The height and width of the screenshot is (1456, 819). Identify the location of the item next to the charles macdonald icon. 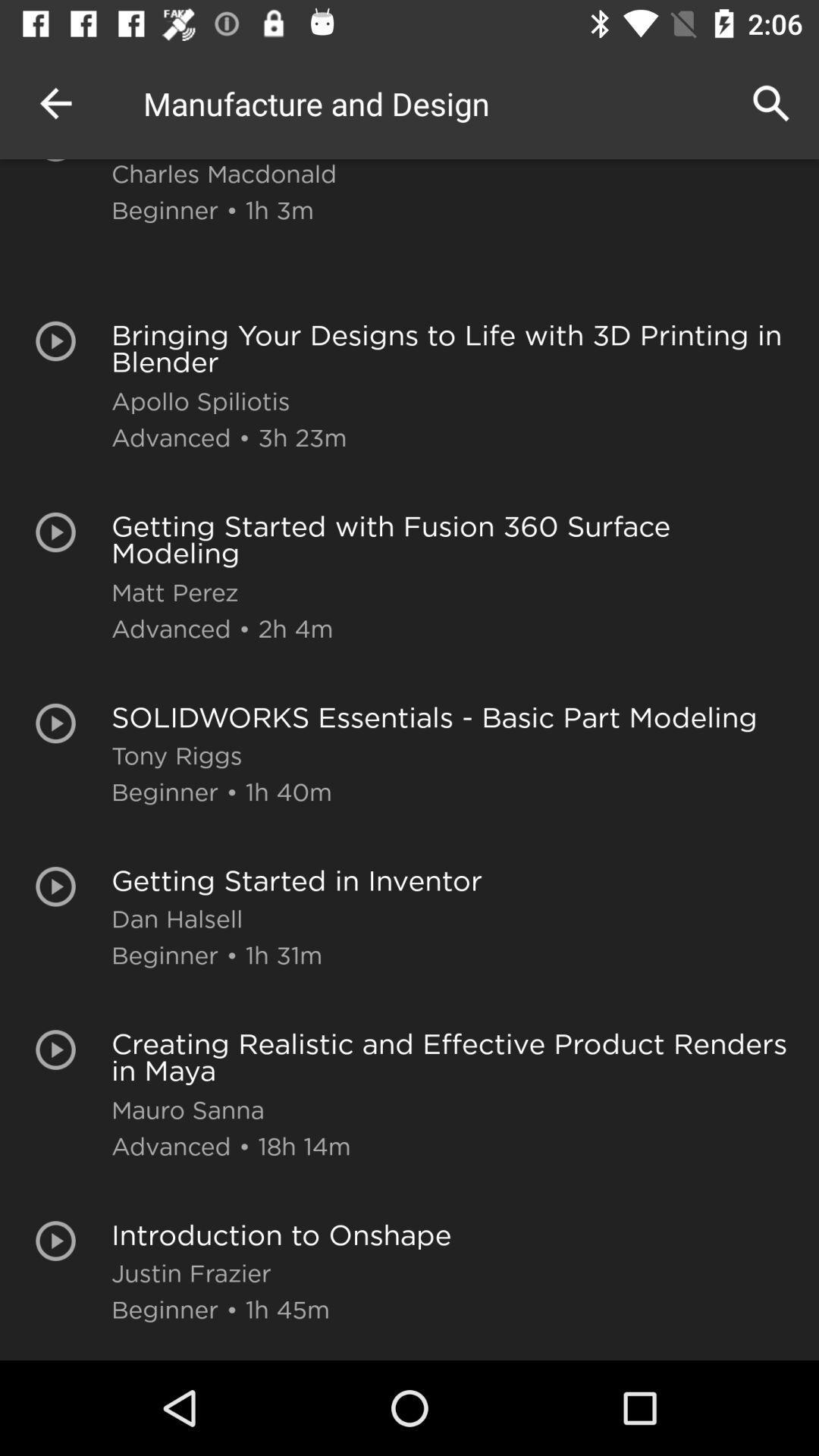
(55, 102).